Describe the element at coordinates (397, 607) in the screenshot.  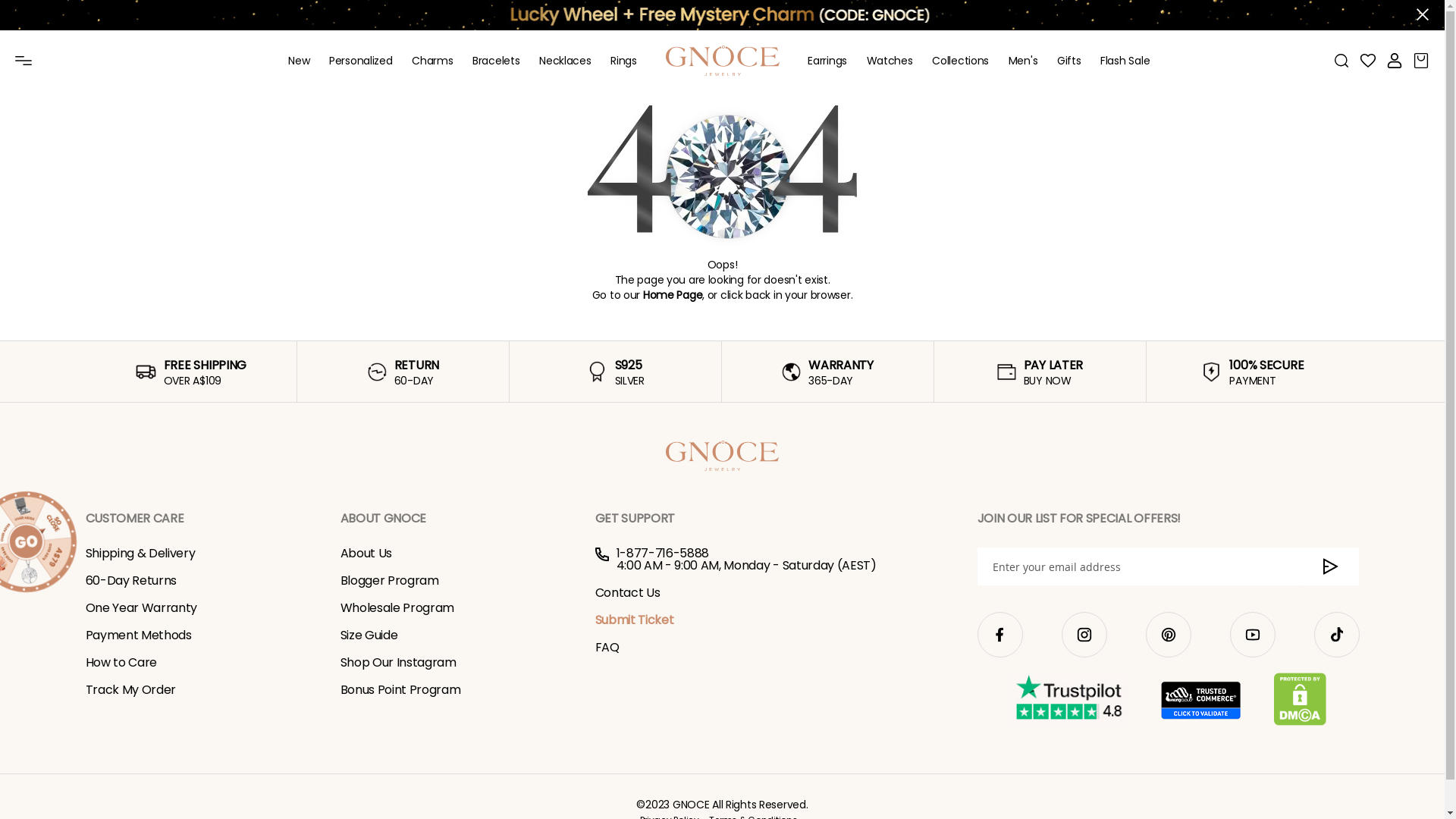
I see `'Wholesale Program'` at that location.